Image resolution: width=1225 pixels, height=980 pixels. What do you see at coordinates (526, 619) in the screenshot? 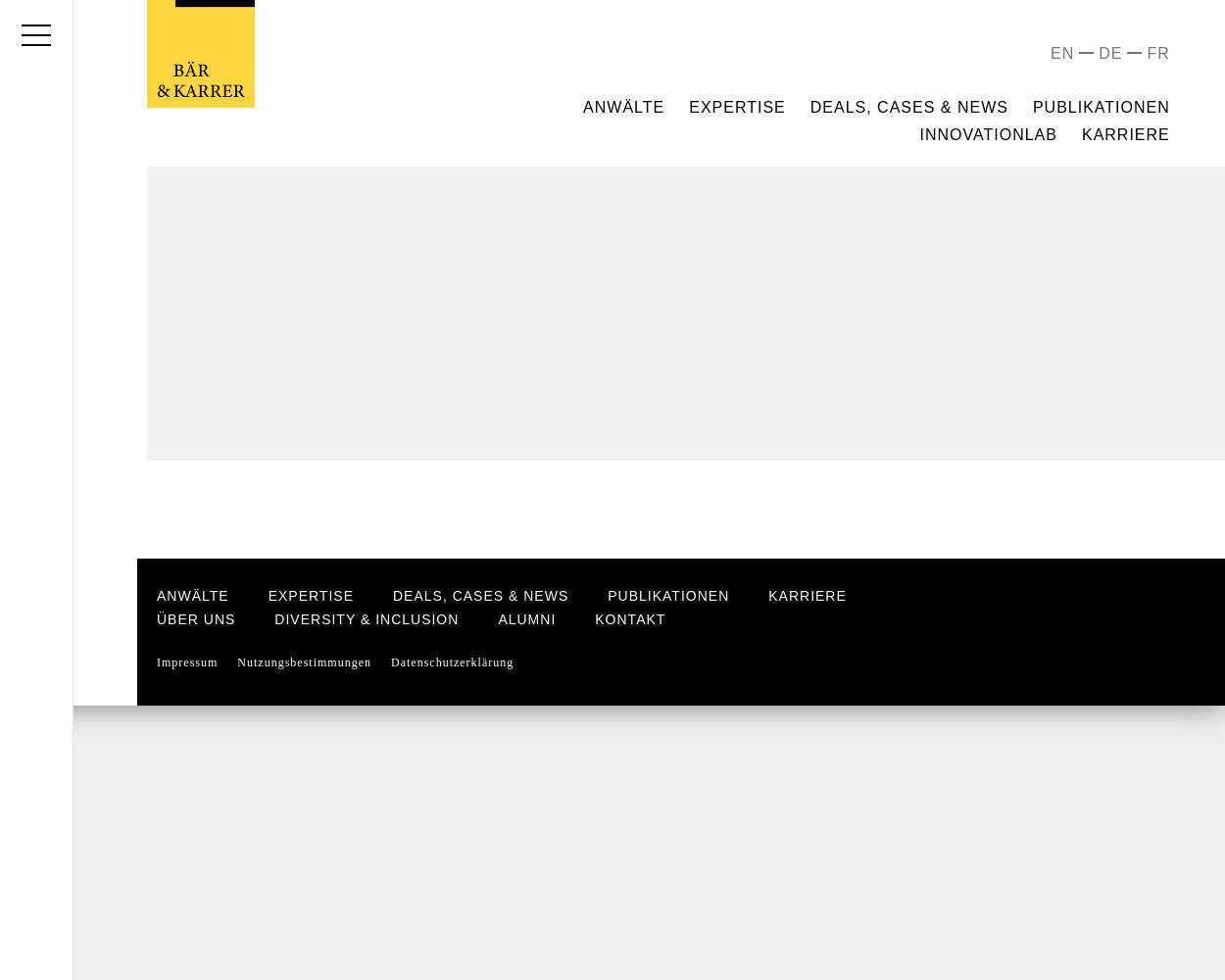
I see `'Alumni'` at bounding box center [526, 619].